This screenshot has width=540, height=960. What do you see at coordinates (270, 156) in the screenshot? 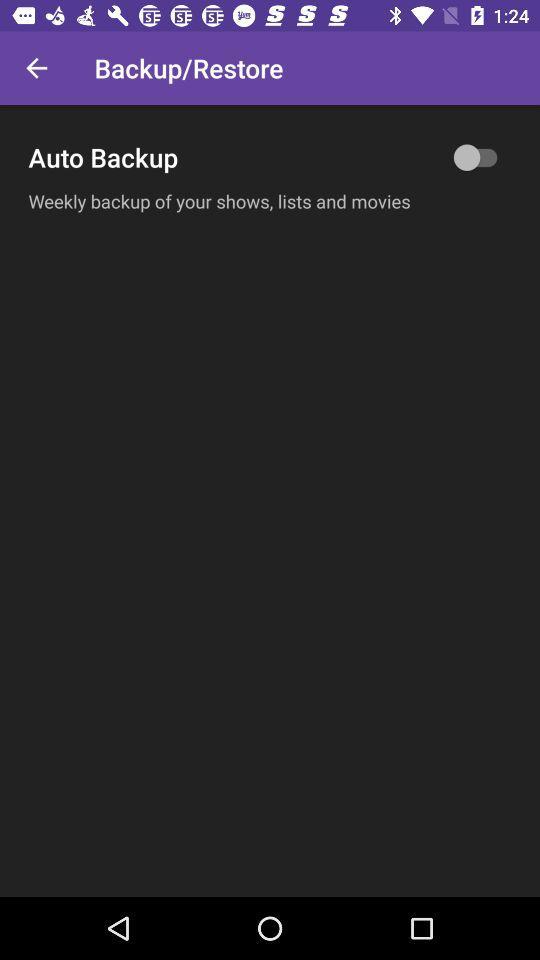
I see `auto backup item` at bounding box center [270, 156].